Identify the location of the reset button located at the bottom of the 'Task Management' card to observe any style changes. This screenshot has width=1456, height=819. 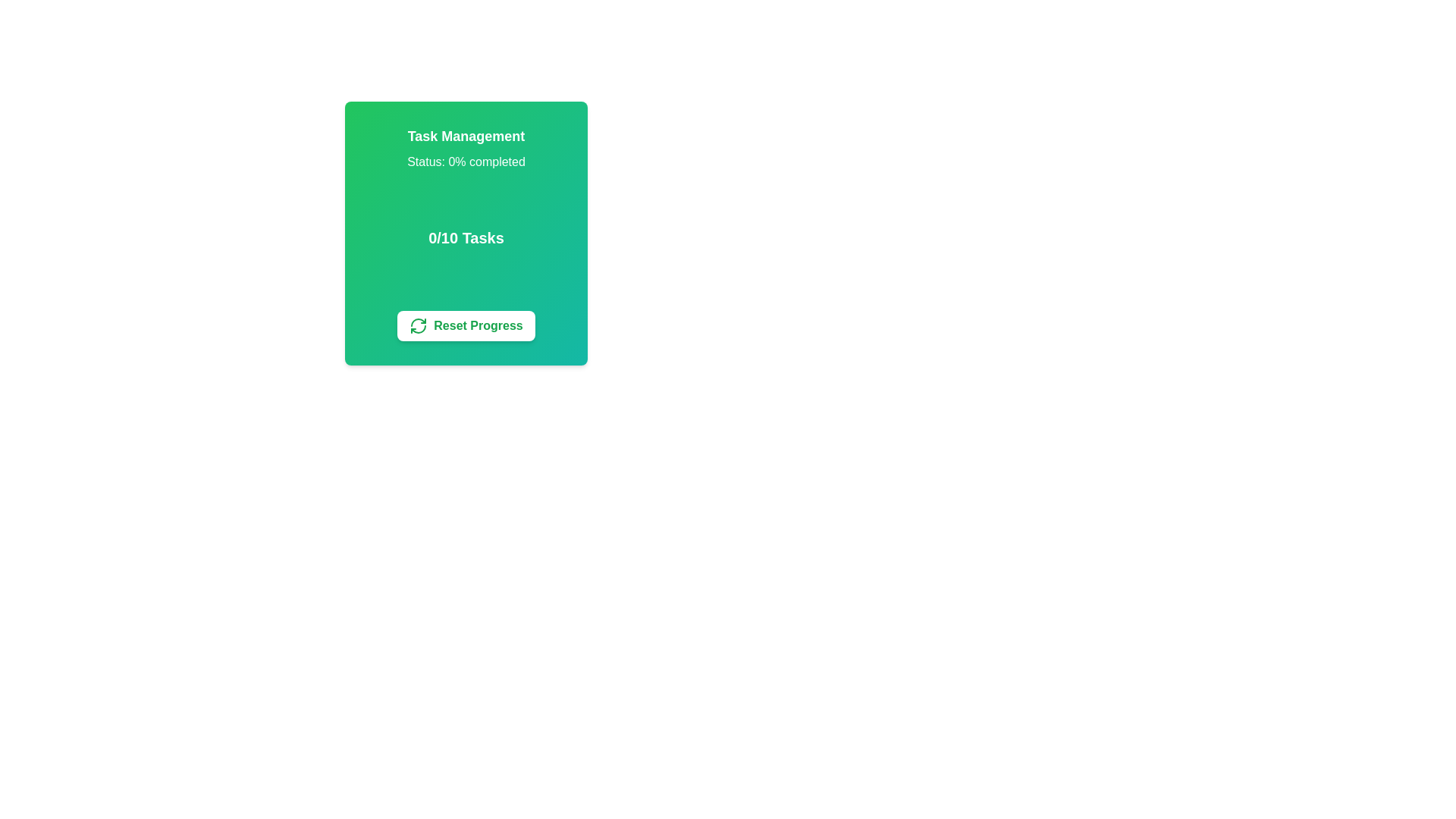
(465, 325).